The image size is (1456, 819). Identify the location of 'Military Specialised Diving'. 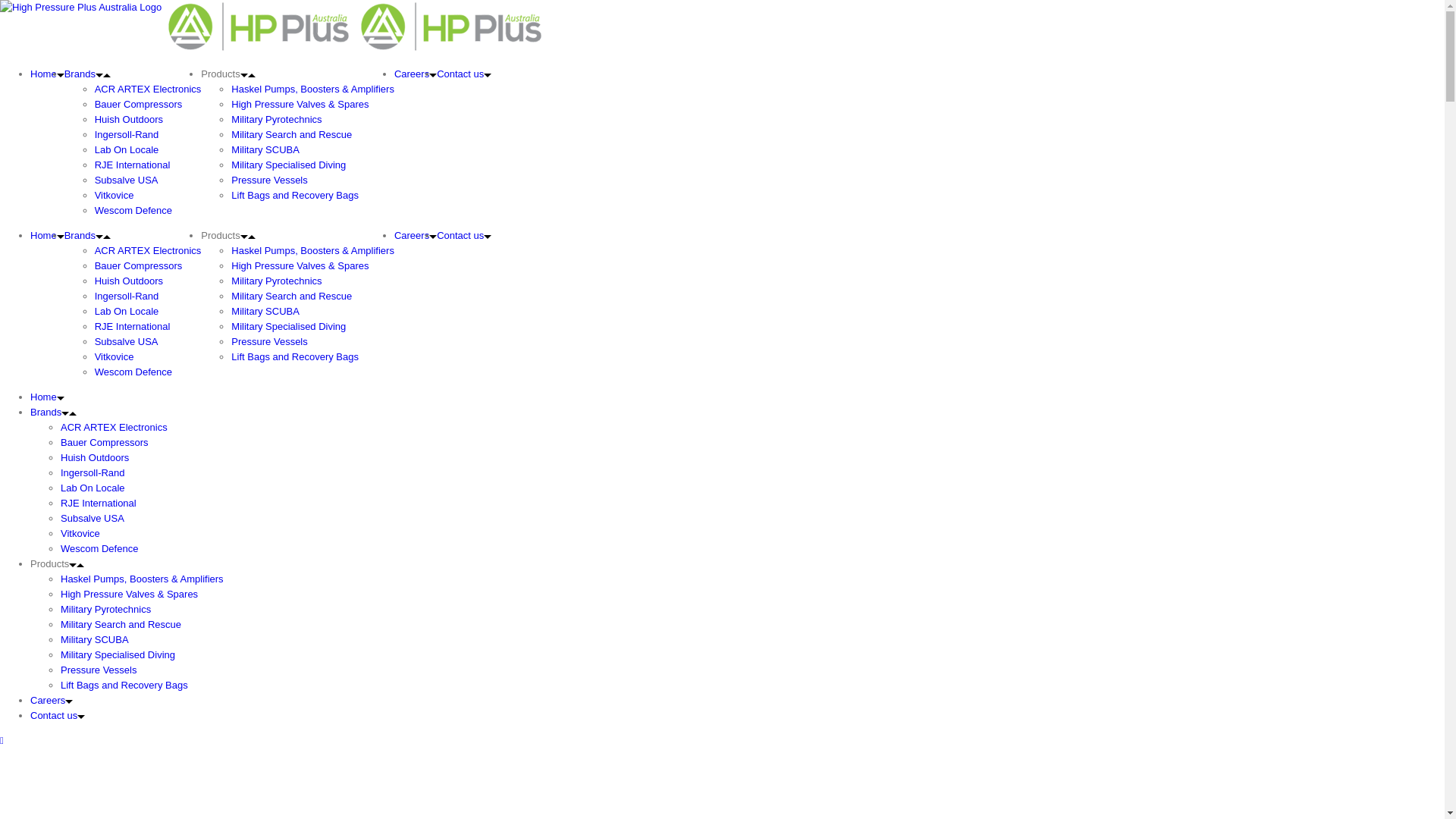
(231, 165).